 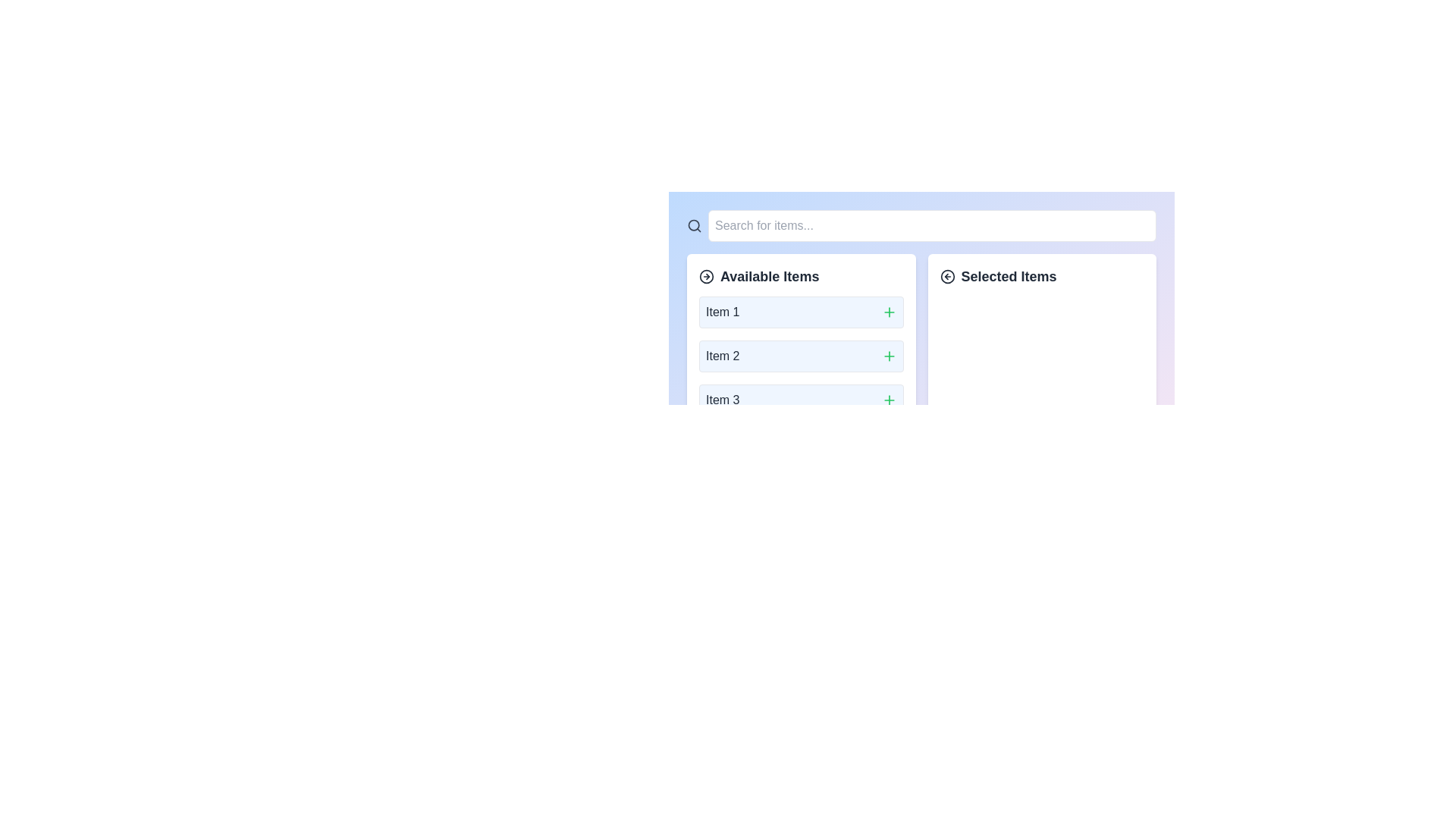 What do you see at coordinates (946, 277) in the screenshot?
I see `the interactive navigation icon located to the left of the 'Selected Items' title` at bounding box center [946, 277].